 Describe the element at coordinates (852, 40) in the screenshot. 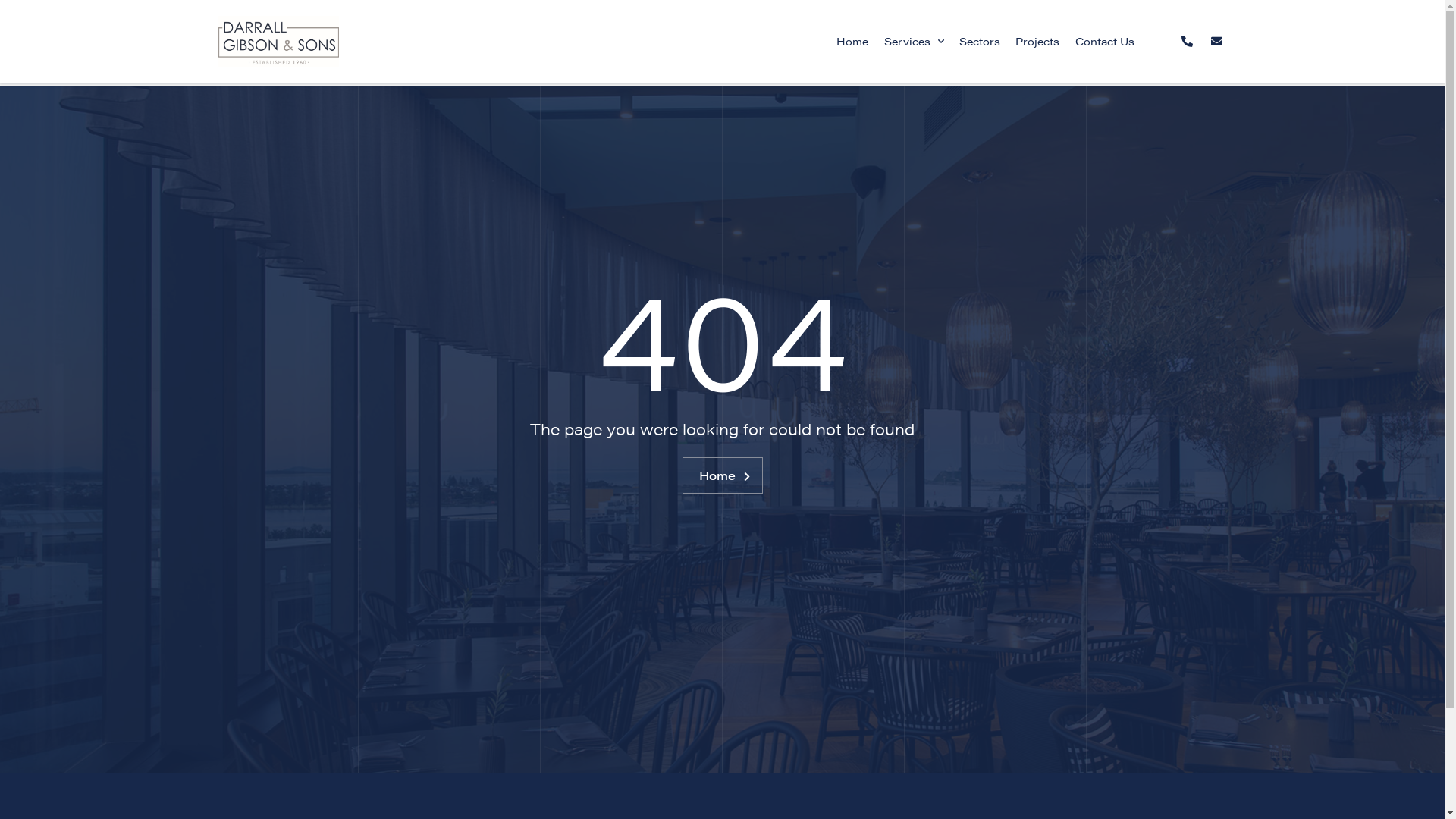

I see `'Home'` at that location.